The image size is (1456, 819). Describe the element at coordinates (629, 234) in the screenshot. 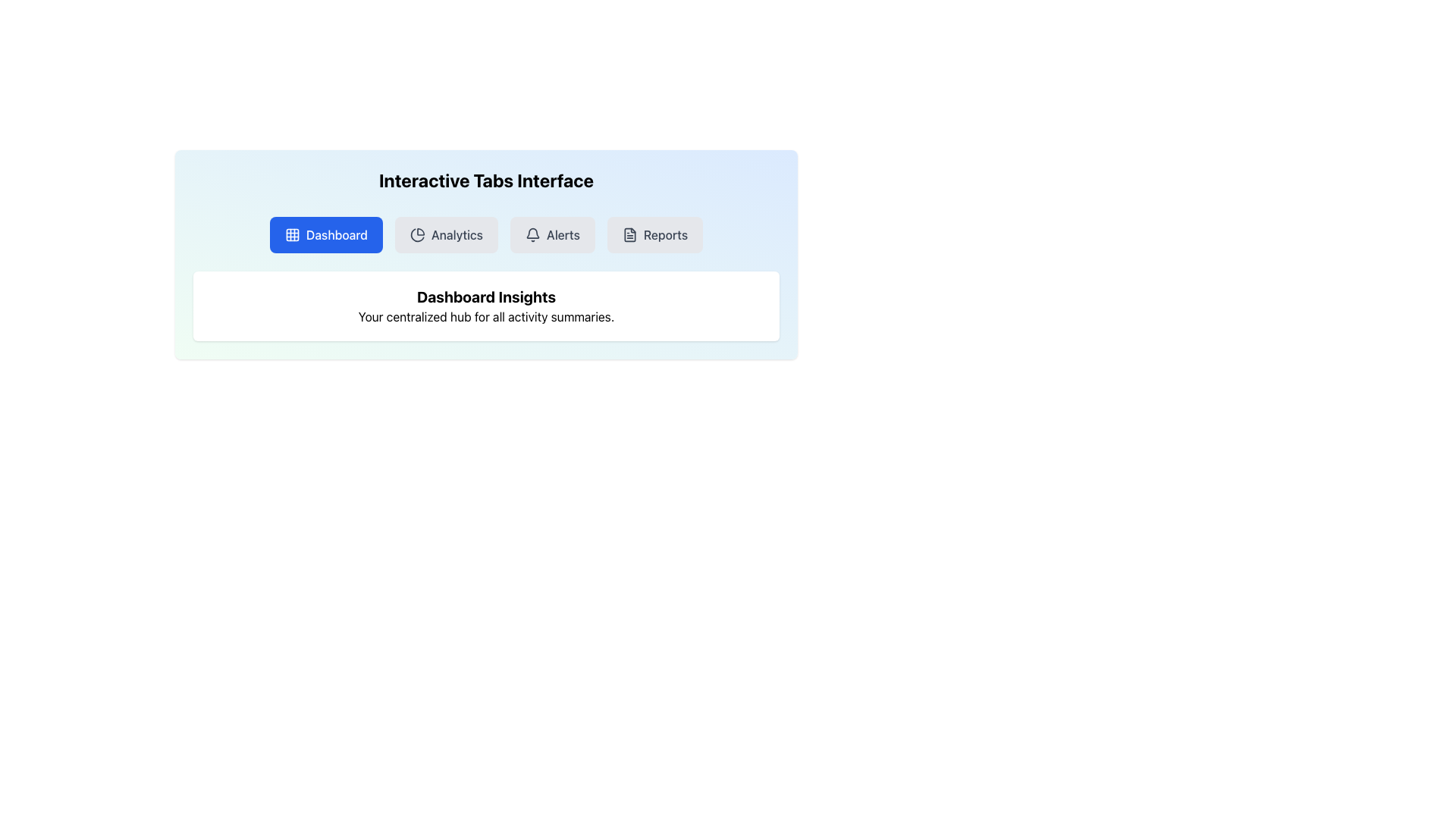

I see `the simplified rectangular file icon with rounded corners located within the 'Reports' tab button in the tabbed navigation section` at that location.